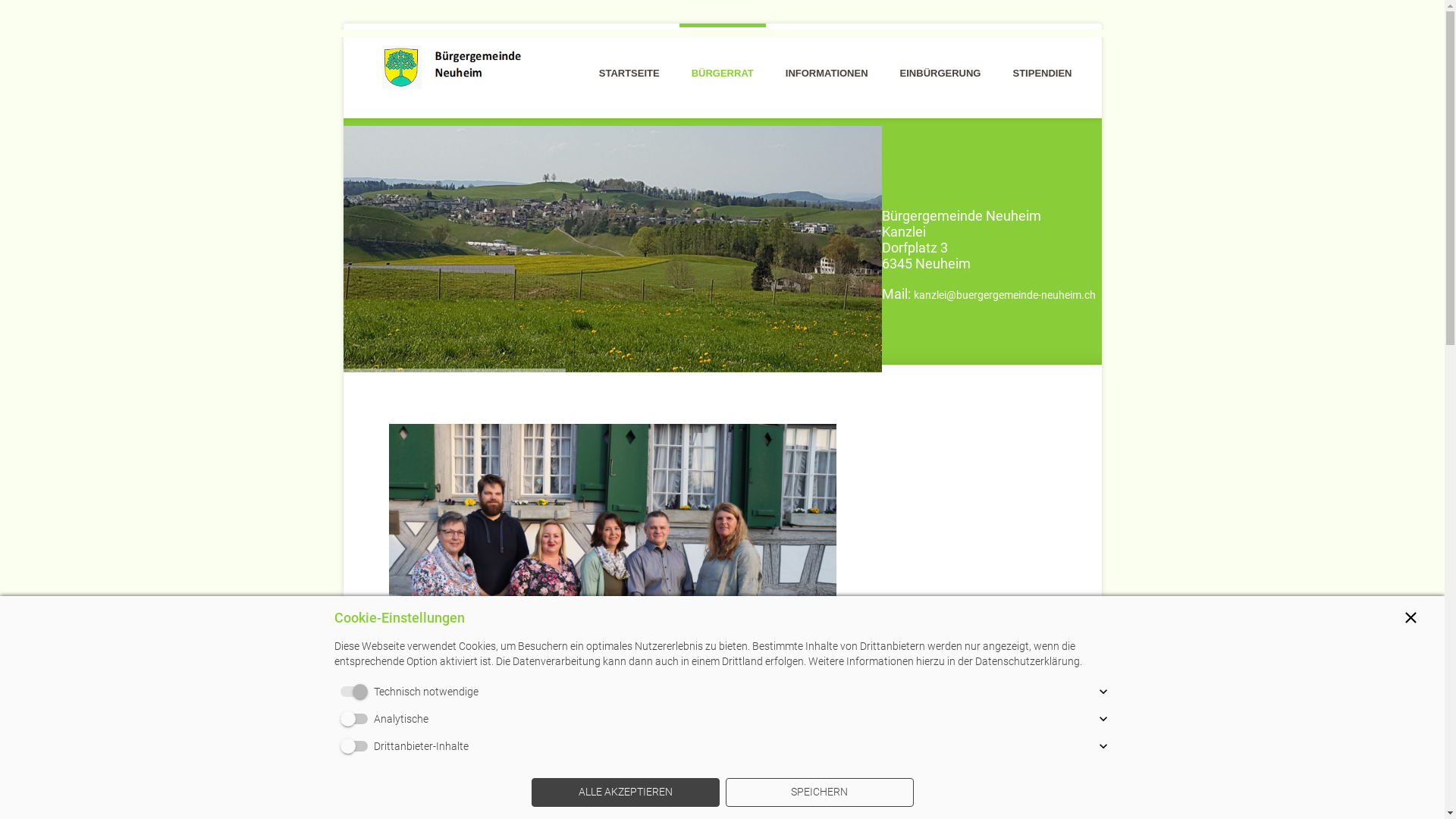  I want to click on 'SPEICHERN', so click(818, 792).